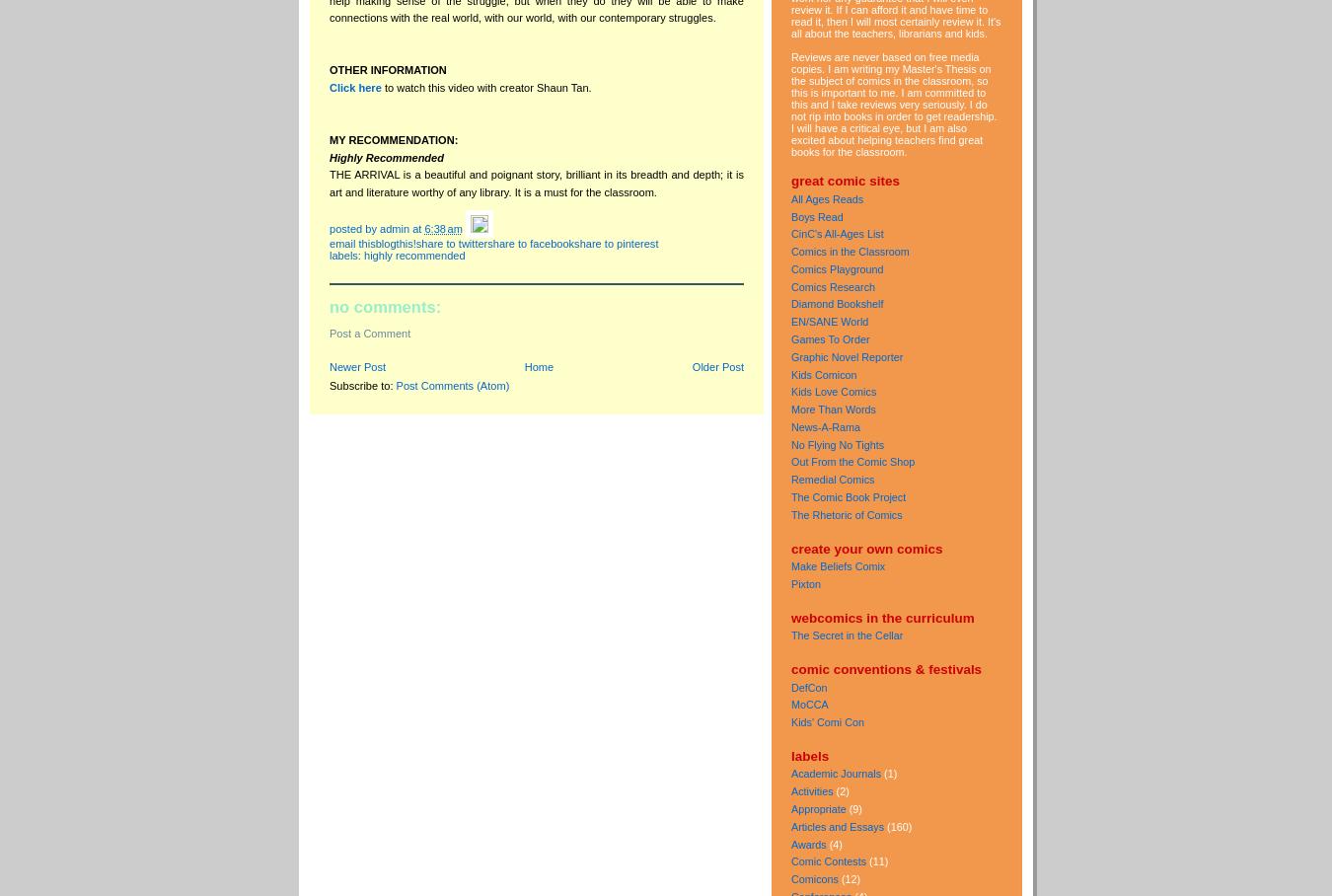 This screenshot has width=1332, height=896. Describe the element at coordinates (791, 772) in the screenshot. I see `'Academic Journals'` at that location.